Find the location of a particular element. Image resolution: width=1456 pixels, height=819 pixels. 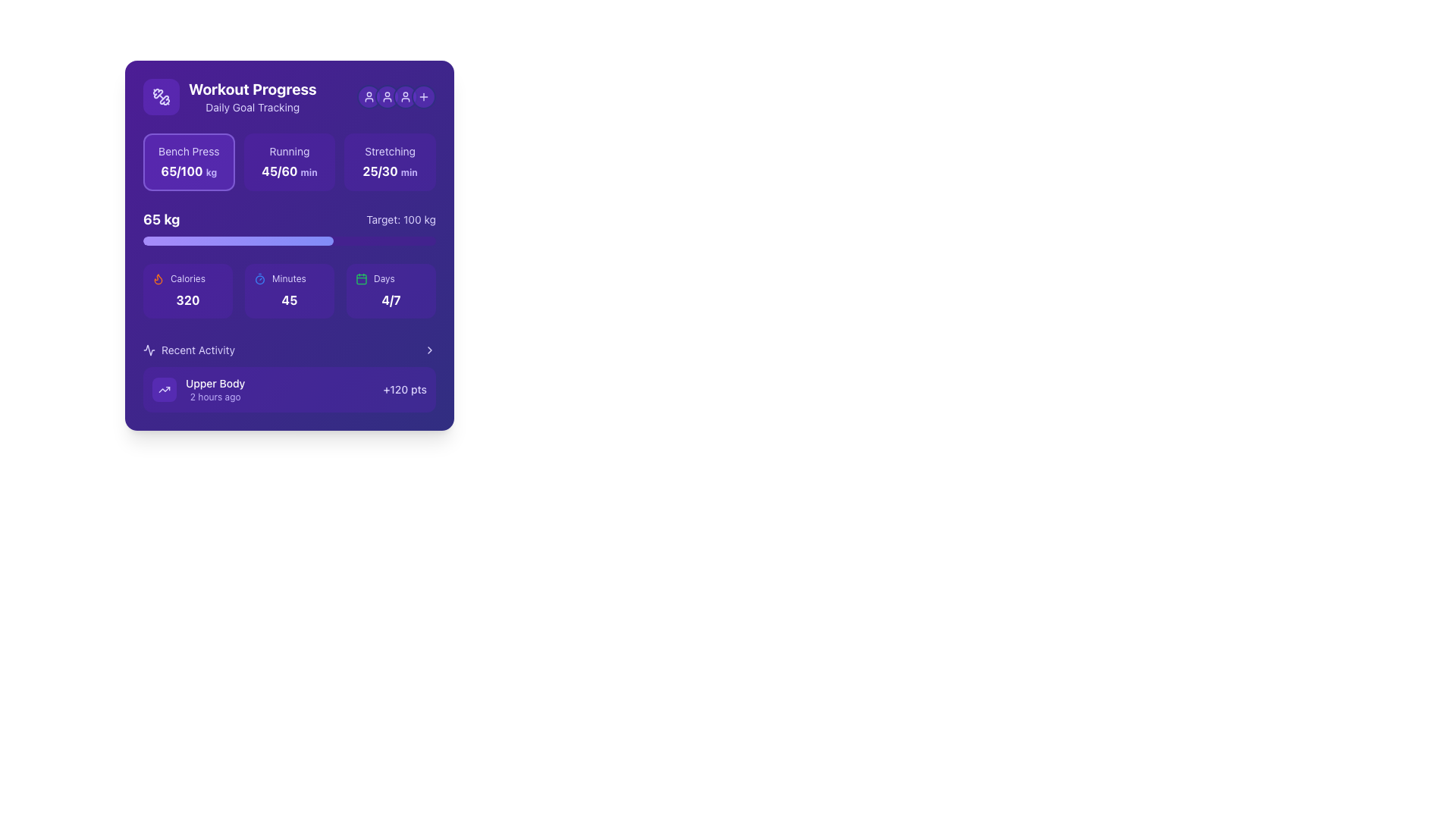

the text label 'kg' which is styled in light violet color and located to the right of '65/100' on the purple card labeled 'Workout Progress' is located at coordinates (210, 171).